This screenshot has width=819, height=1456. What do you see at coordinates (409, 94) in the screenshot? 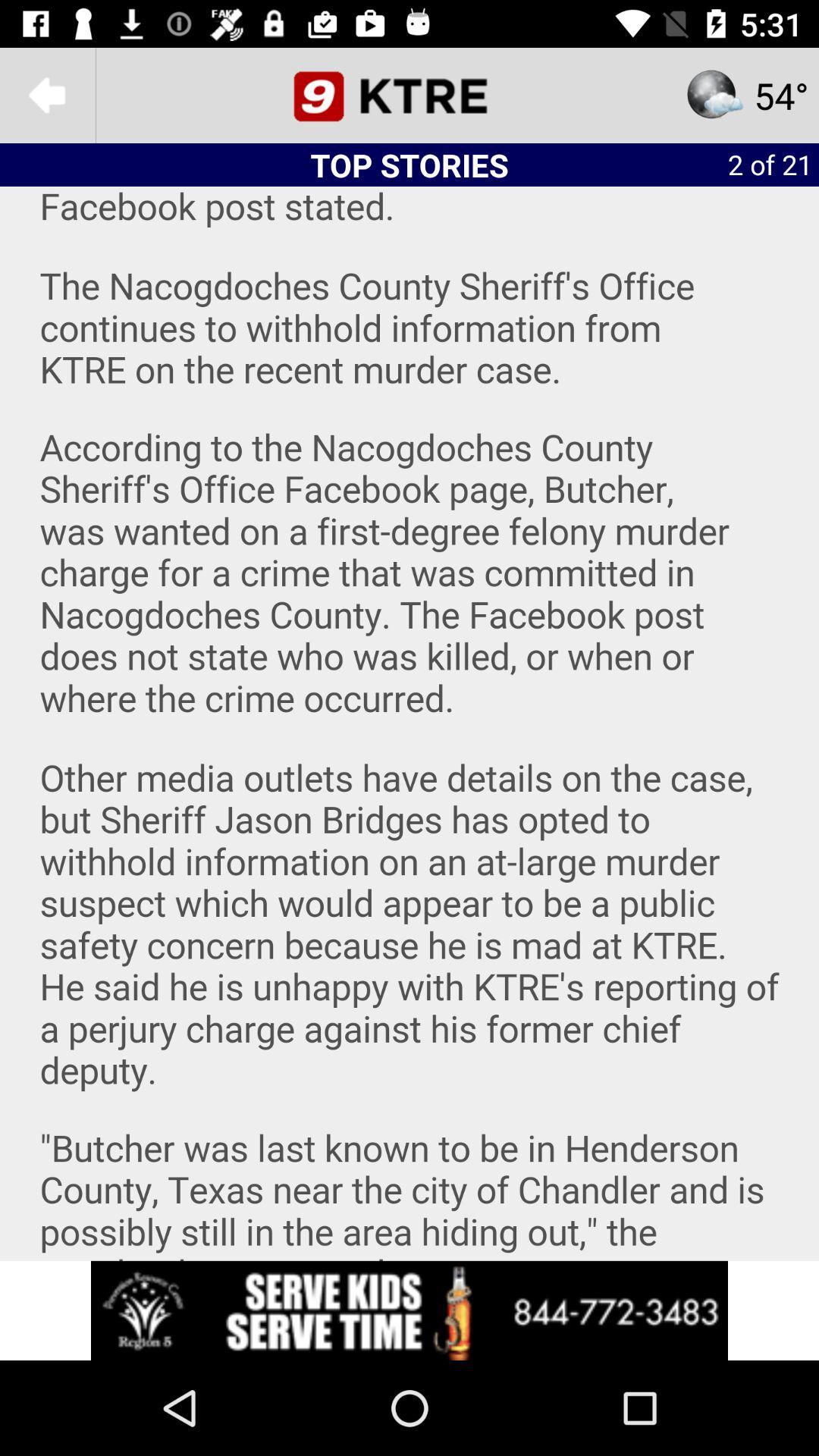
I see `site logo` at bounding box center [409, 94].